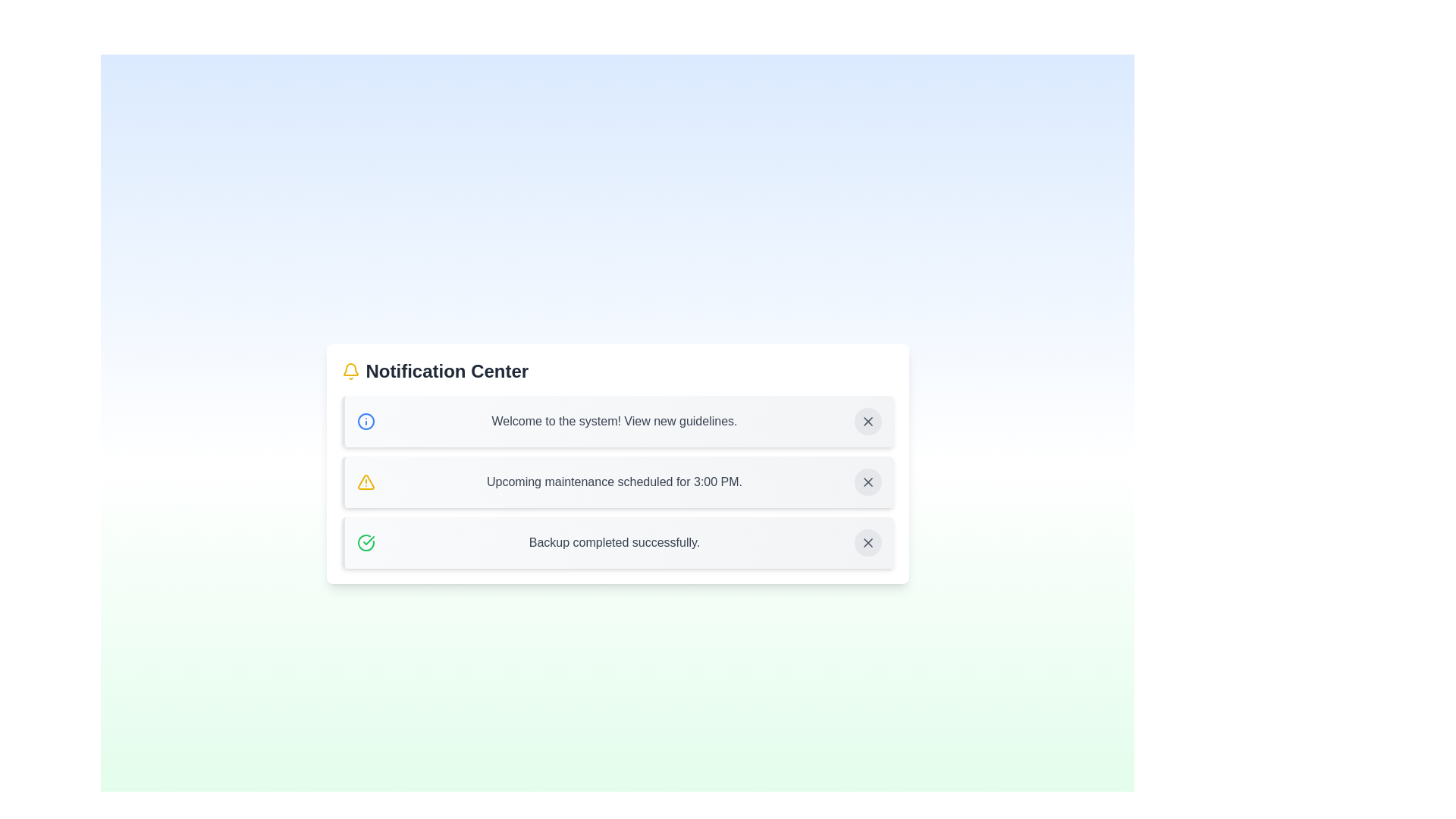 The image size is (1456, 819). What do you see at coordinates (617, 371) in the screenshot?
I see `the text block titled 'Notification Center' which is styled with a bold, large font and a yellow bell icon` at bounding box center [617, 371].